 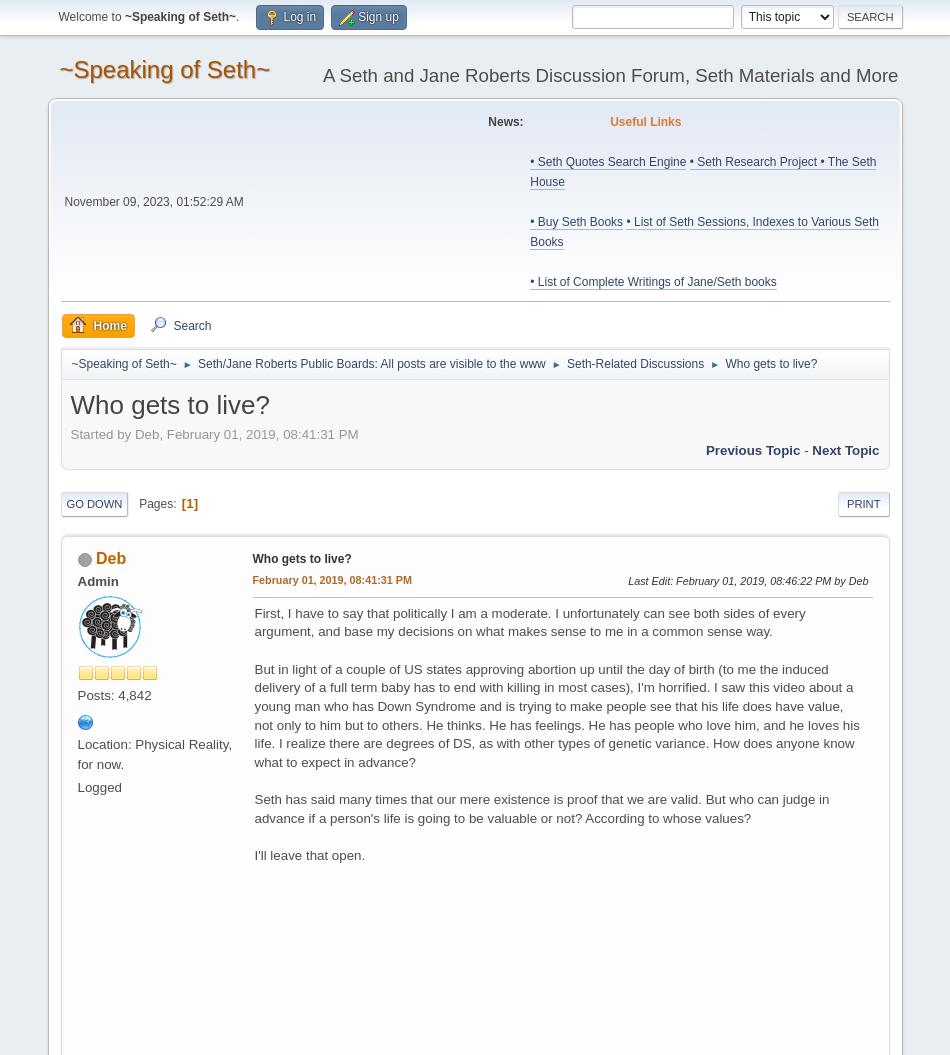 I want to click on '-', so click(x=804, y=449).